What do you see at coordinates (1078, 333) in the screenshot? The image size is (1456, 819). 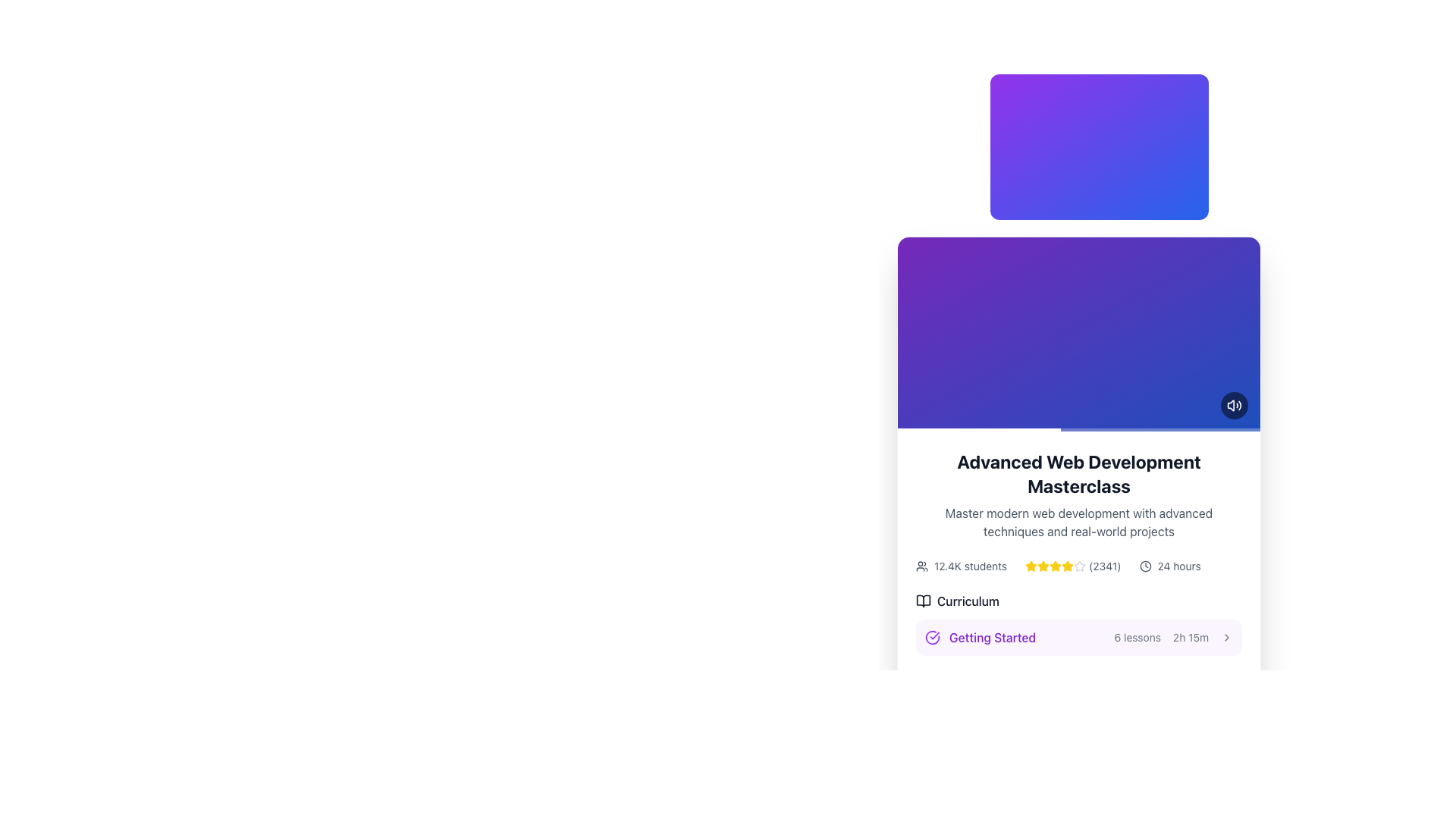 I see `the Decorative section at the top of the course card for 'Advanced Web Development Masterclass' to trigger potential effects` at bounding box center [1078, 333].